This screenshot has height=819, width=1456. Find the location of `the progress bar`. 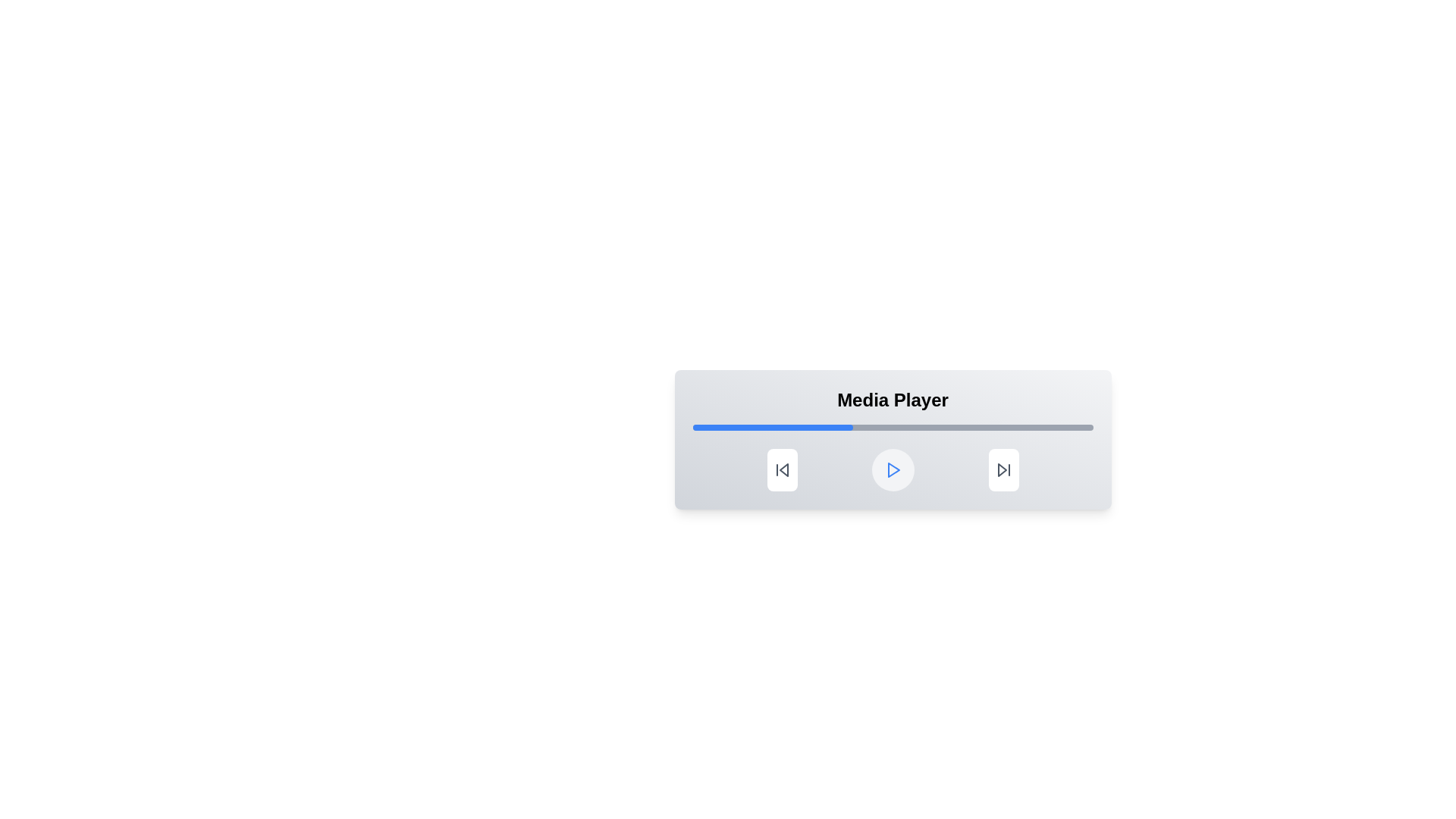

the progress bar is located at coordinates (1044, 427).